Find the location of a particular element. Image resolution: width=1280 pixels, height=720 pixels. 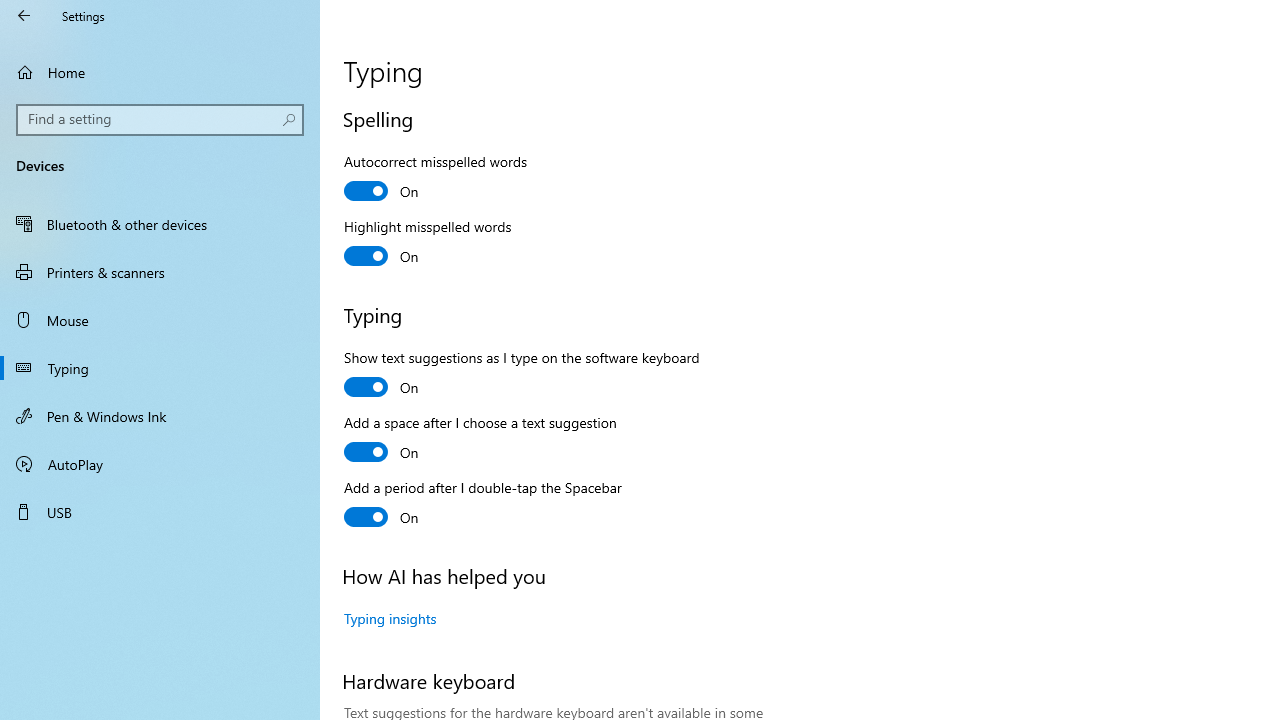

'Highlight misspelled words' is located at coordinates (427, 243).